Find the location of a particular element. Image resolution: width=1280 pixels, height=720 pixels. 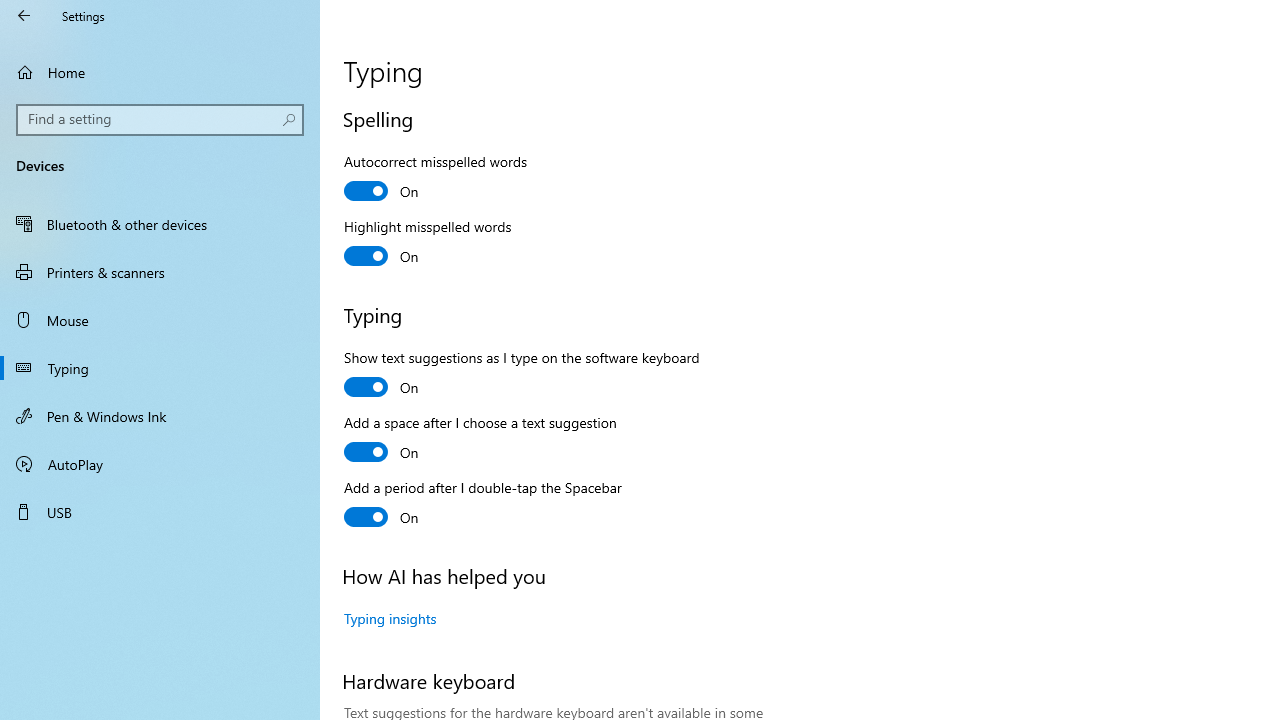

'Highlight misspelled words' is located at coordinates (427, 243).